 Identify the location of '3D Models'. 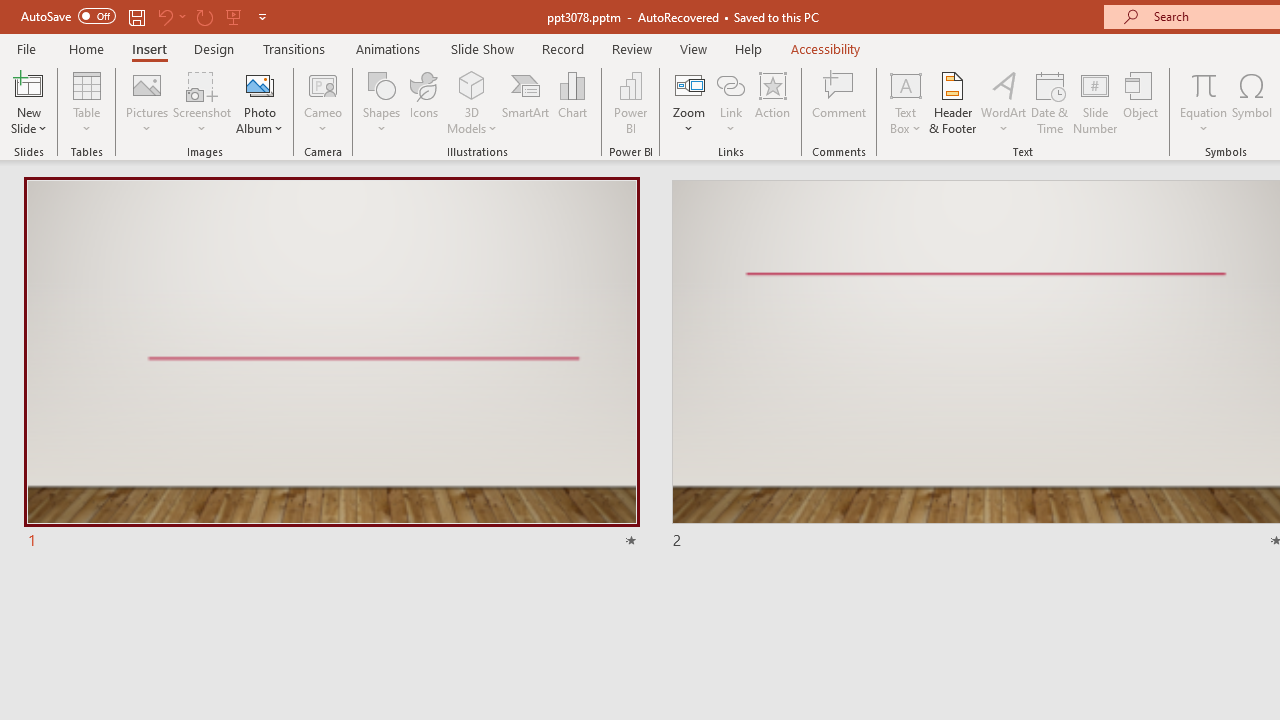
(471, 84).